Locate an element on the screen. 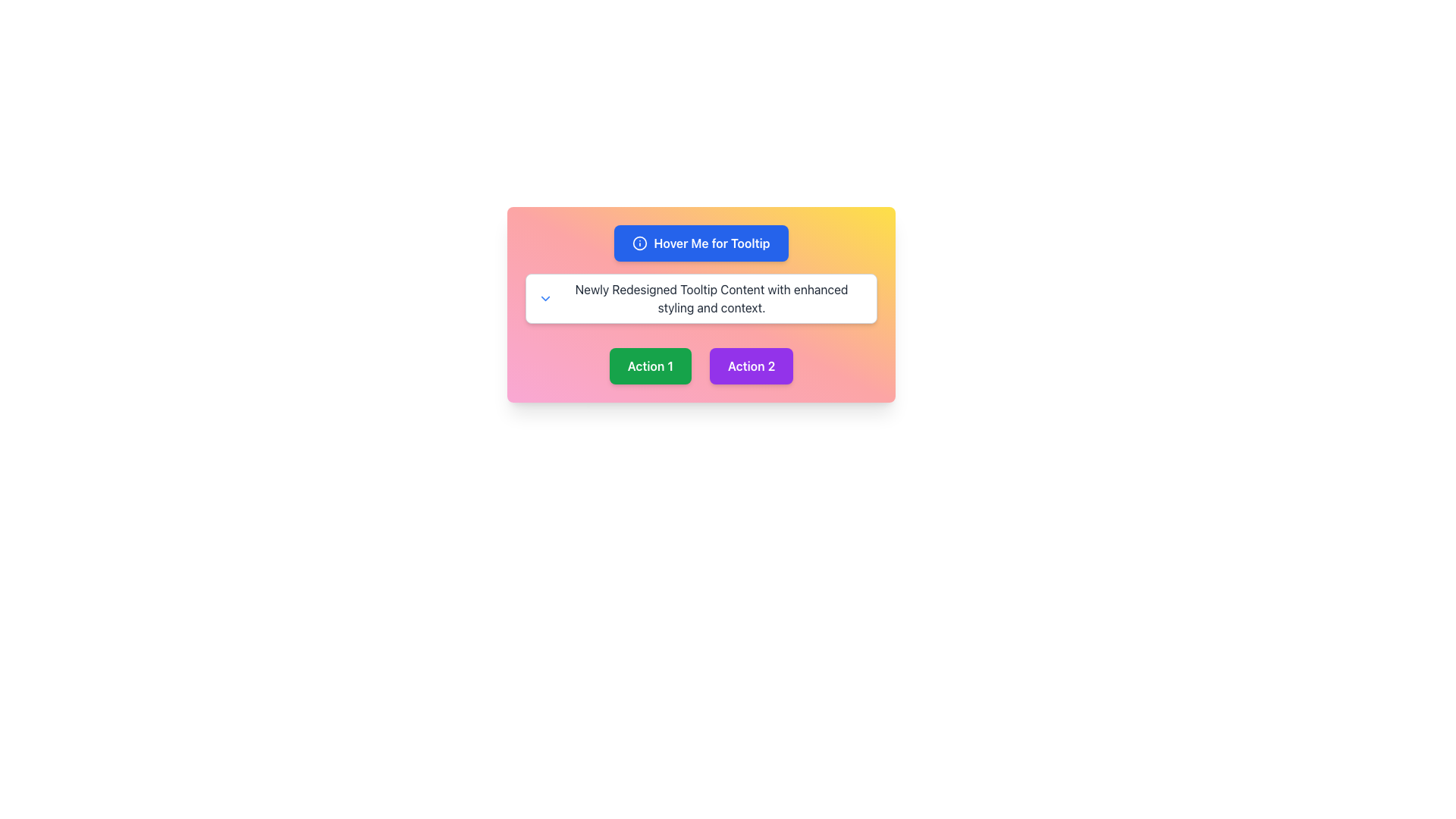  the icon located inside the blue button labeled 'Hover Me for Tooltip', which provides additional information upon user interaction is located at coordinates (640, 242).